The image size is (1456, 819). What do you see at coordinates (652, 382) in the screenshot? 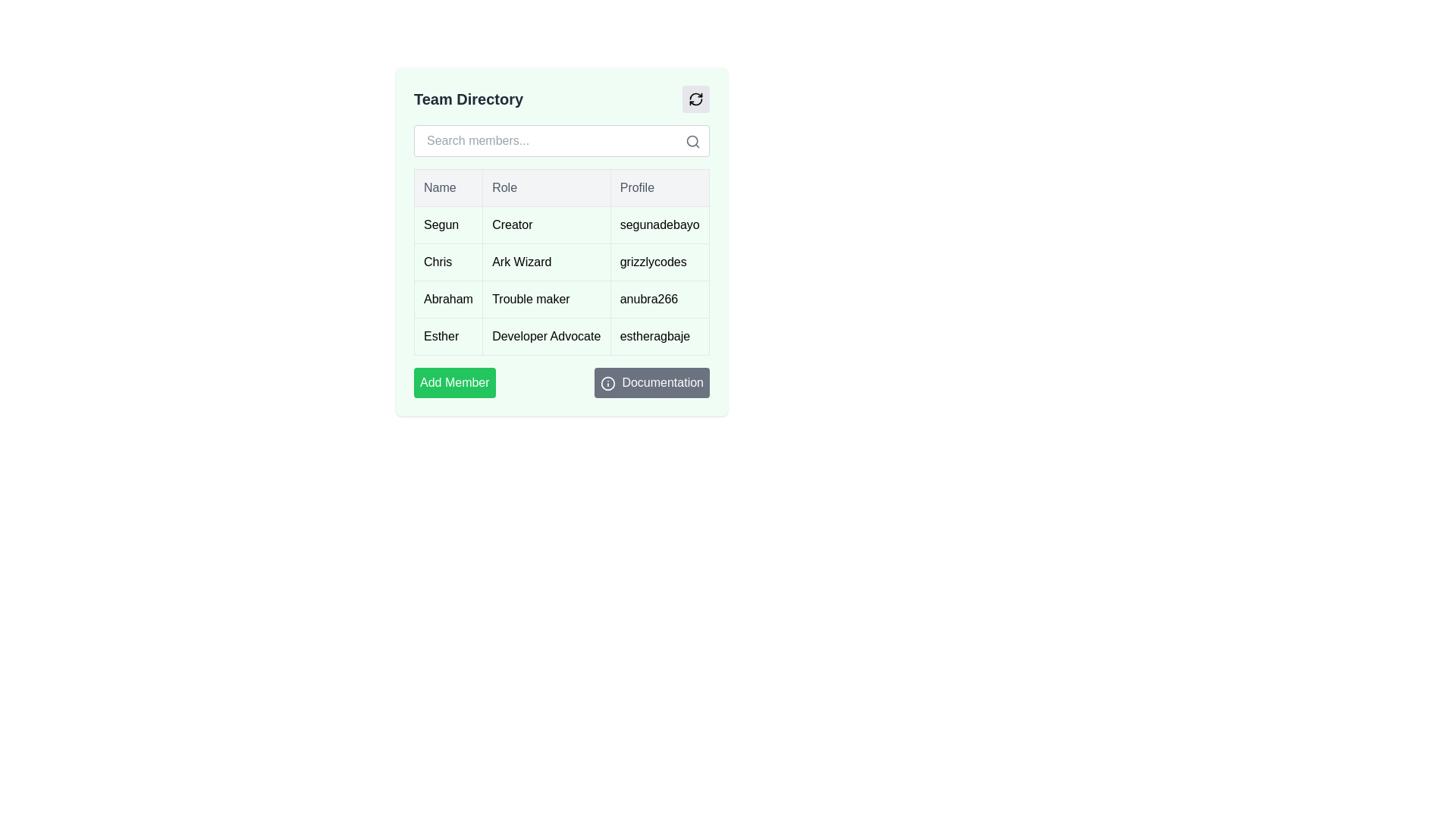
I see `the documentation button located at the bottom-right corner of a section to observe any hover effects` at bounding box center [652, 382].